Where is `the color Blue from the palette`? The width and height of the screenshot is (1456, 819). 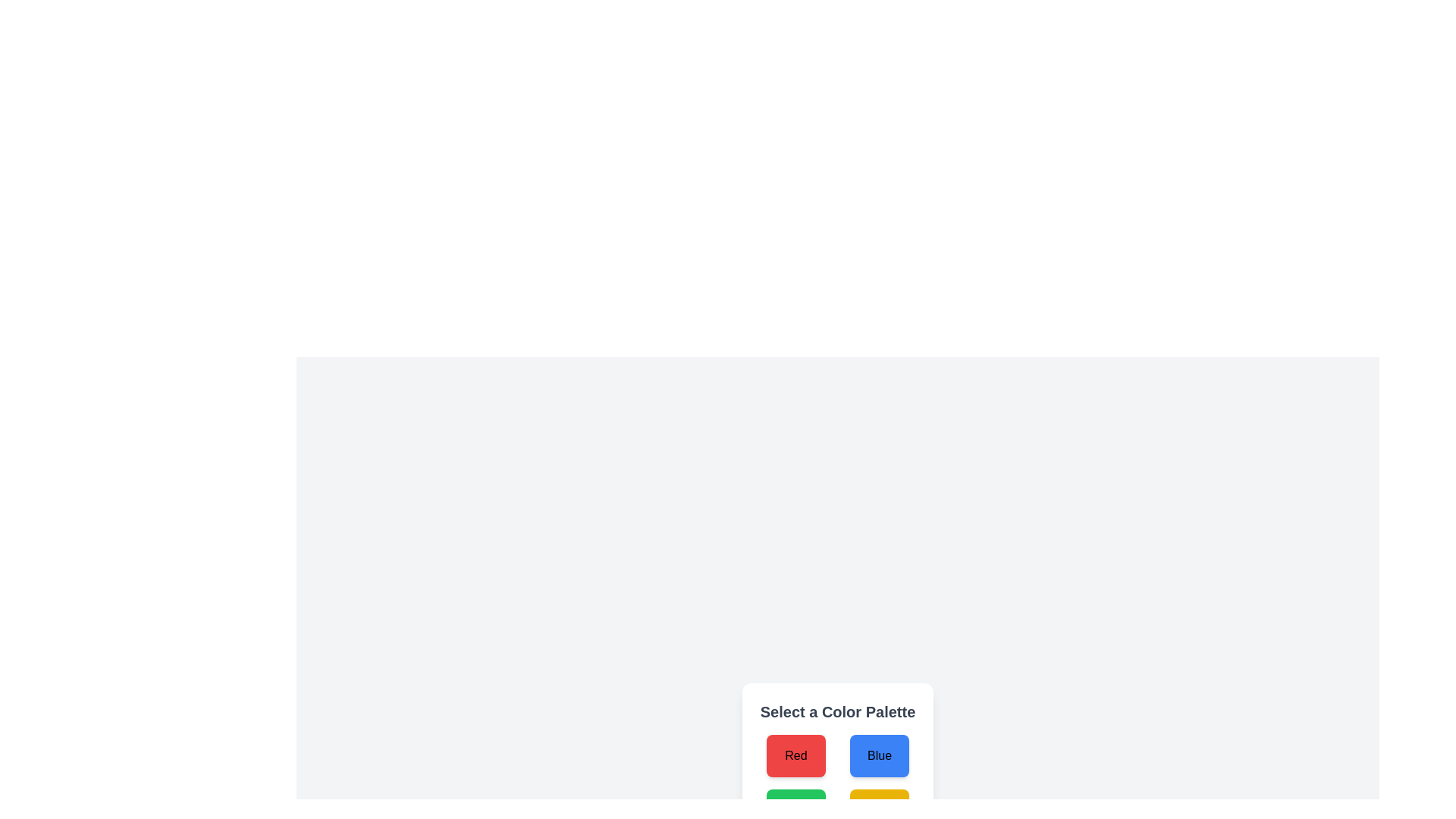 the color Blue from the palette is located at coordinates (880, 755).